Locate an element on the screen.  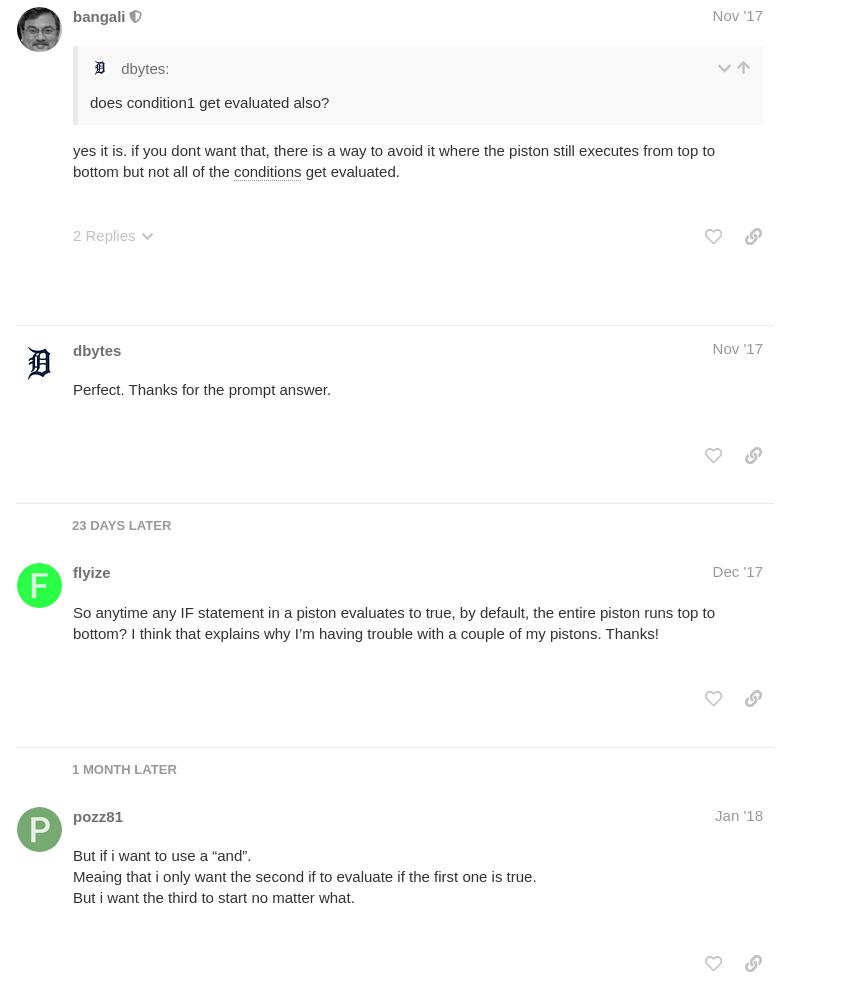
'get evaluated.' is located at coordinates (349, 170).